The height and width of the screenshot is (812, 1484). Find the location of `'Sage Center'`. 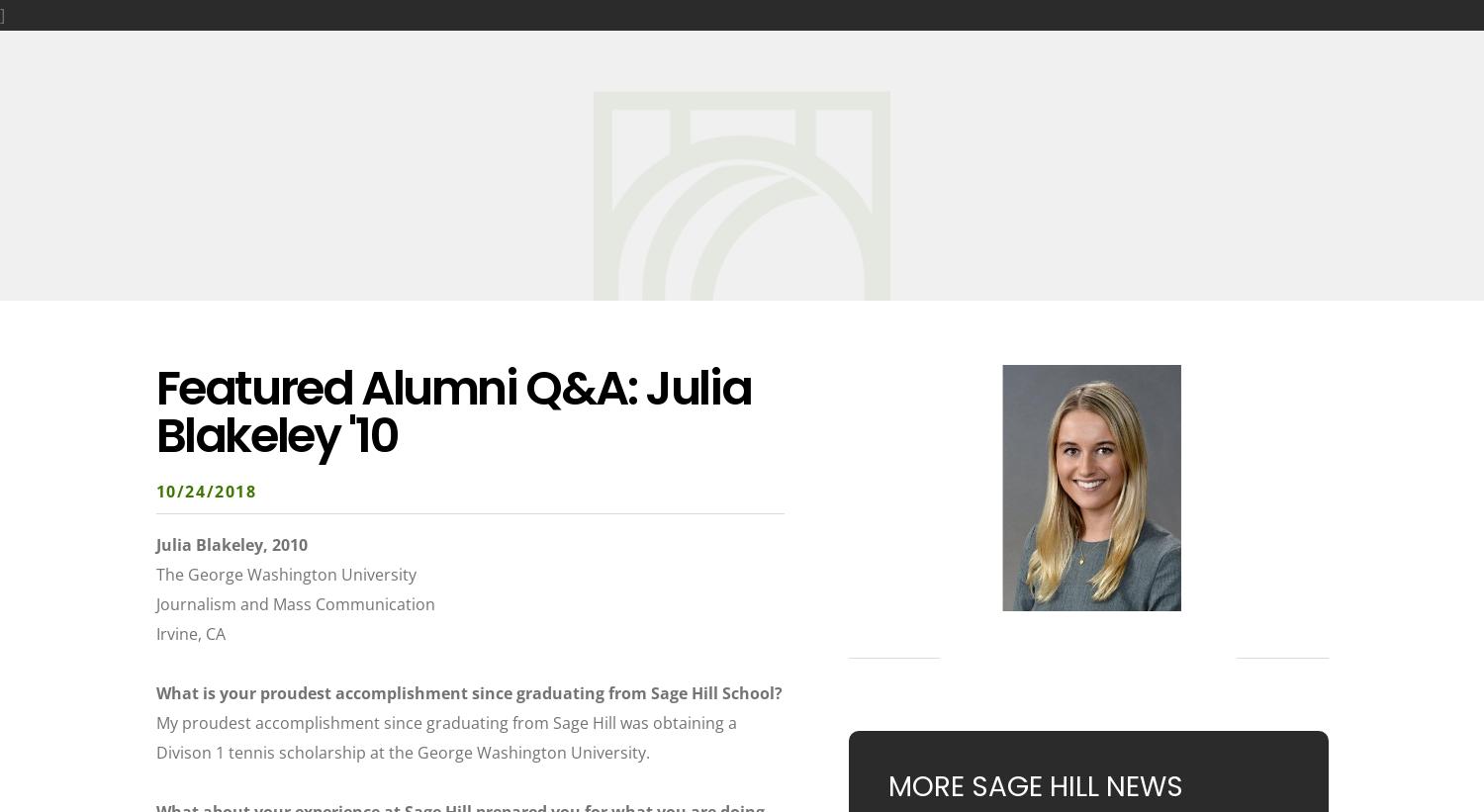

'Sage Center' is located at coordinates (940, 42).